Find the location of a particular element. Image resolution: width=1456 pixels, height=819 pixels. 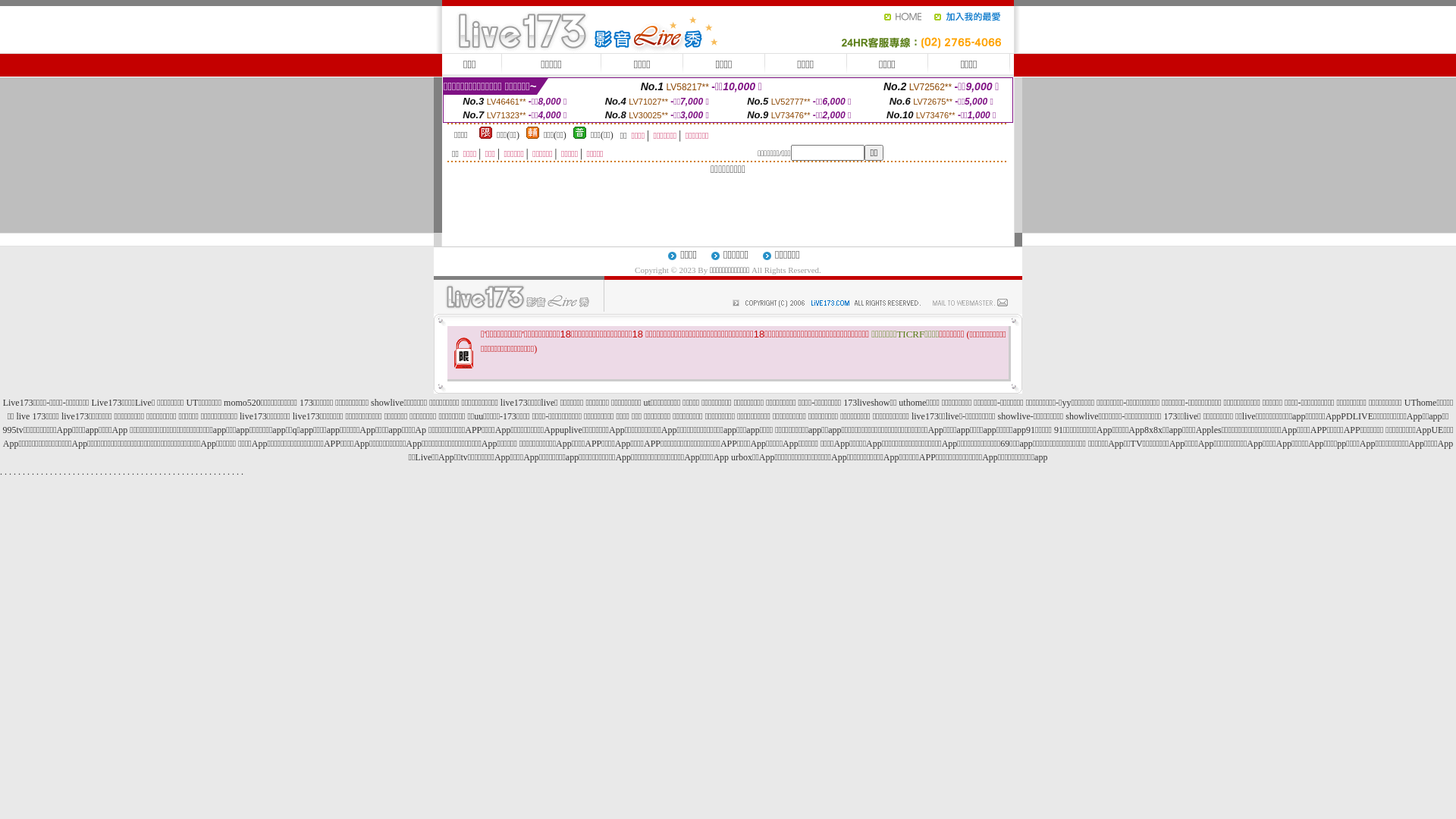

'.' is located at coordinates (168, 470).